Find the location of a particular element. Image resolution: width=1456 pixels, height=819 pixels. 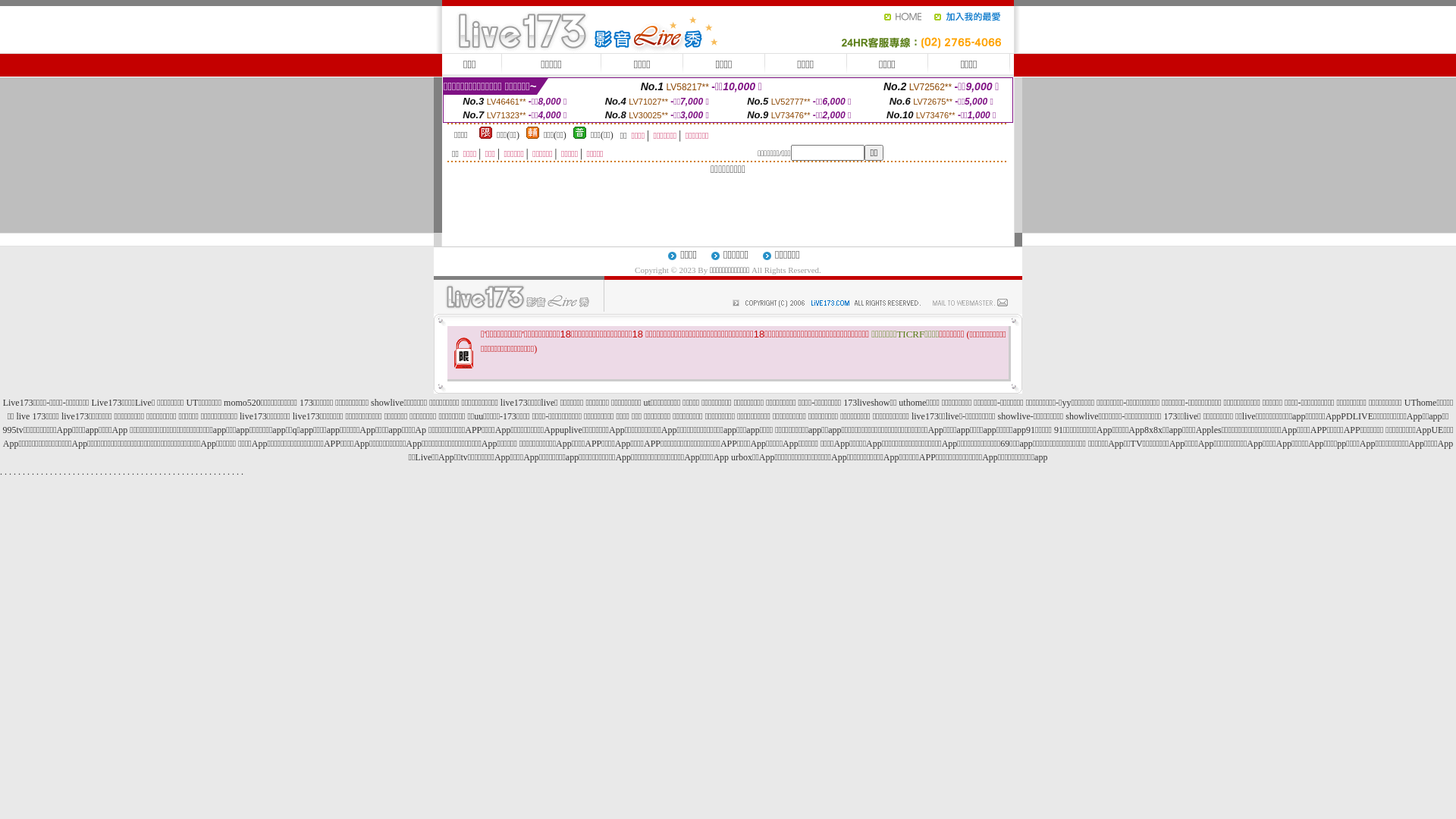

'.' is located at coordinates (168, 470).